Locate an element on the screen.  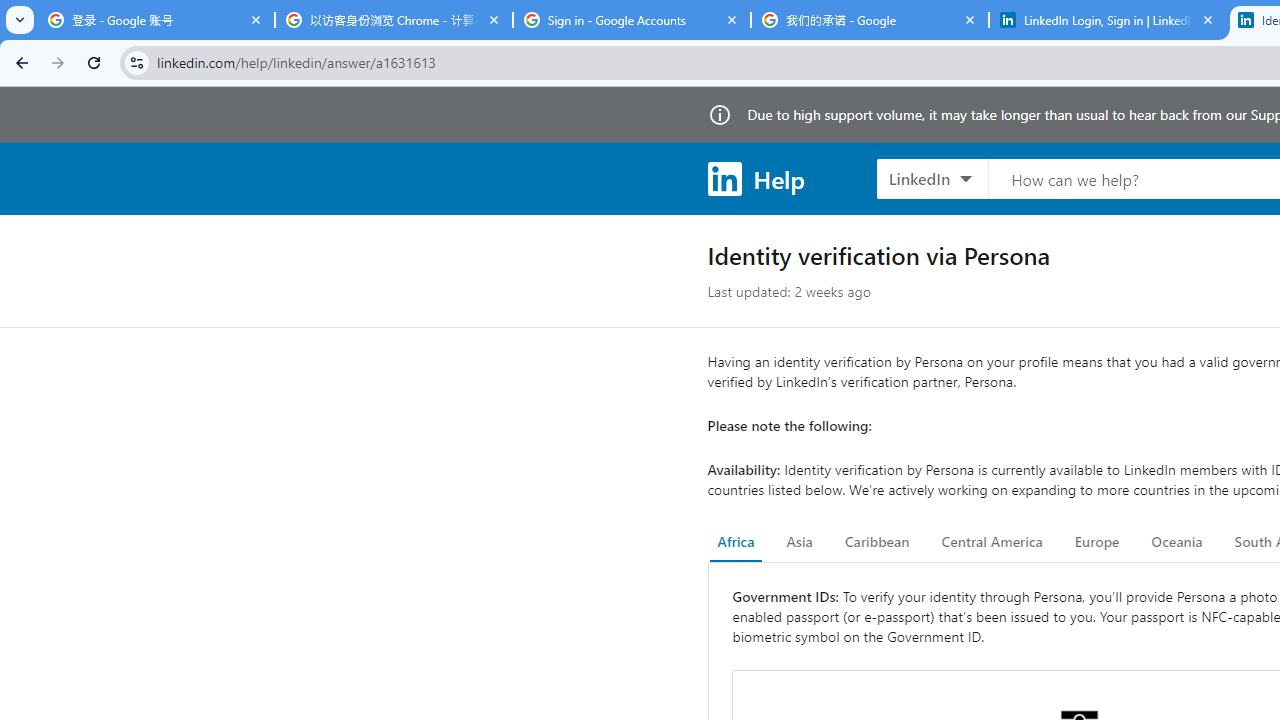
'Asia' is located at coordinates (798, 542).